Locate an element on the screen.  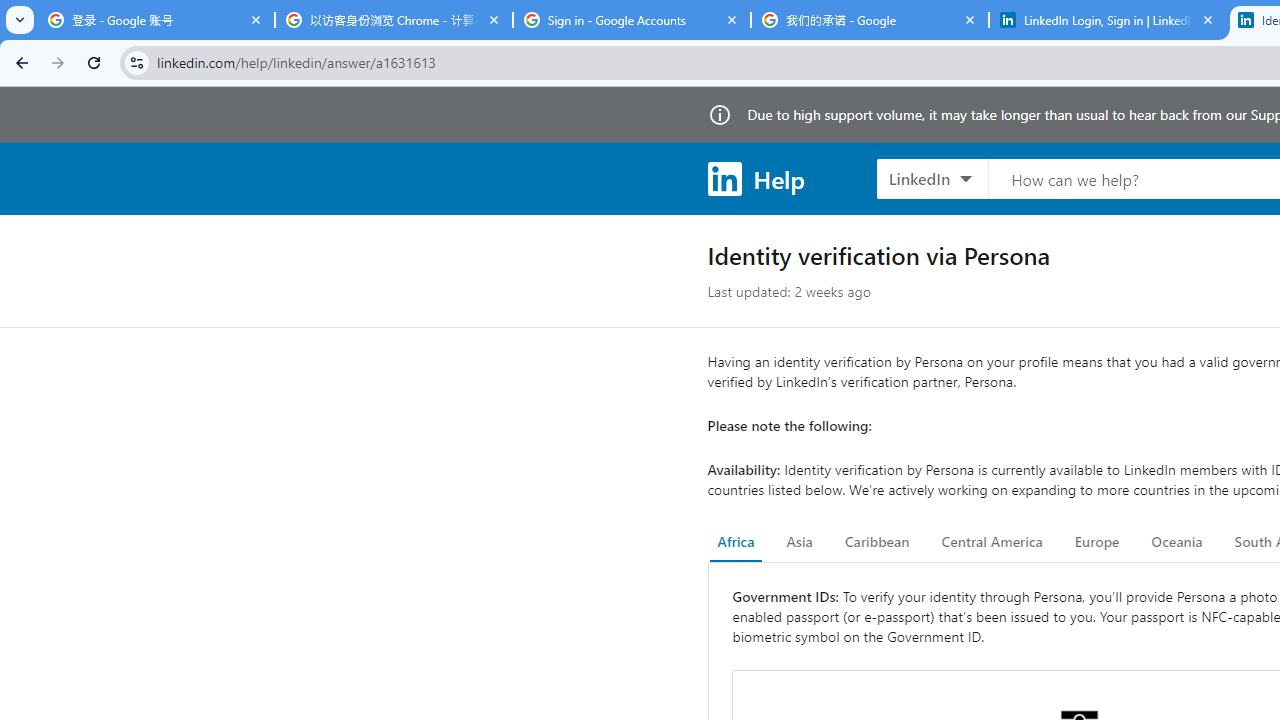
'Asia' is located at coordinates (798, 542).